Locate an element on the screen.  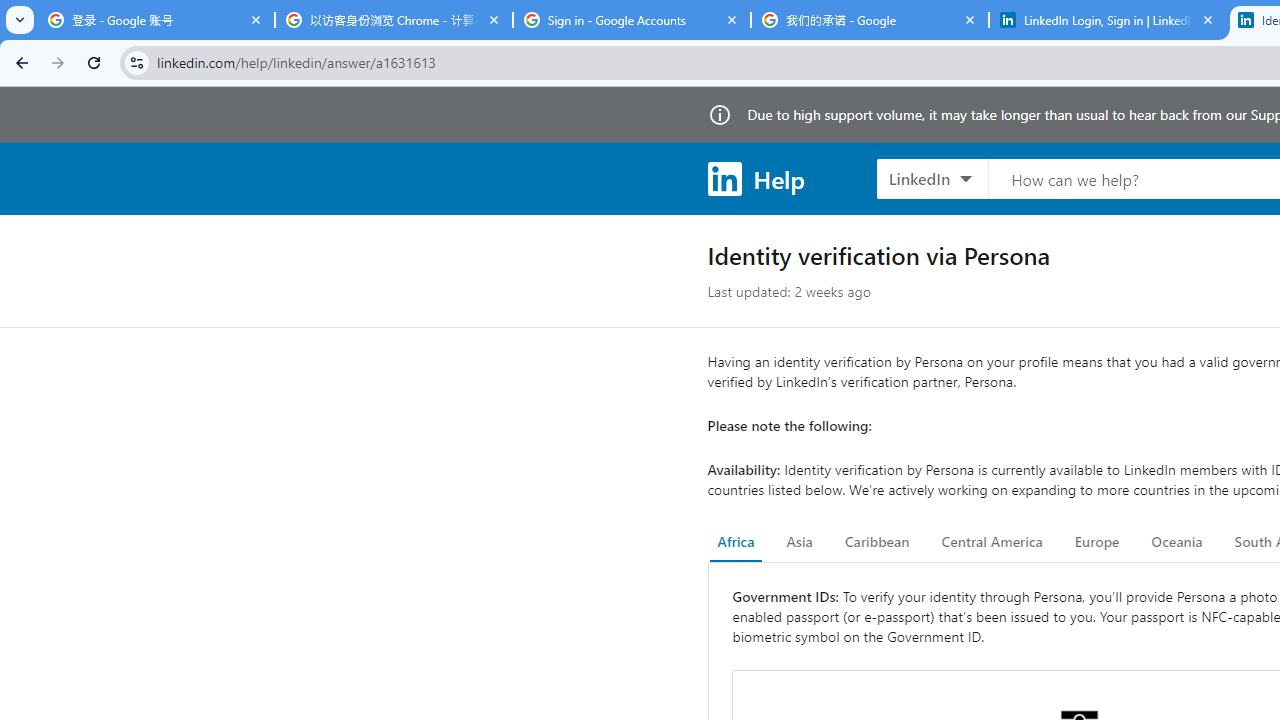
'Asia' is located at coordinates (798, 542).